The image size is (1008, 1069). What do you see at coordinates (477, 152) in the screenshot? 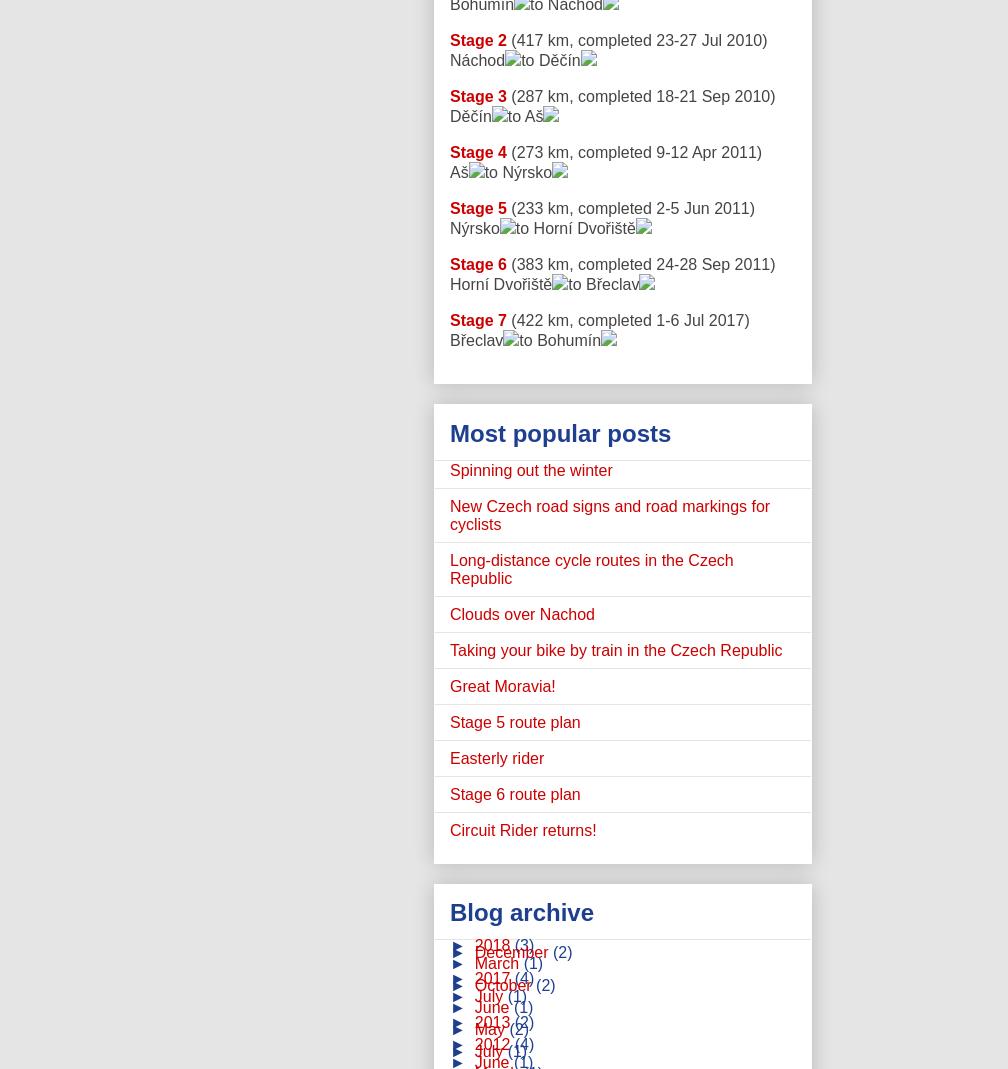
I see `'Stage 4'` at bounding box center [477, 152].